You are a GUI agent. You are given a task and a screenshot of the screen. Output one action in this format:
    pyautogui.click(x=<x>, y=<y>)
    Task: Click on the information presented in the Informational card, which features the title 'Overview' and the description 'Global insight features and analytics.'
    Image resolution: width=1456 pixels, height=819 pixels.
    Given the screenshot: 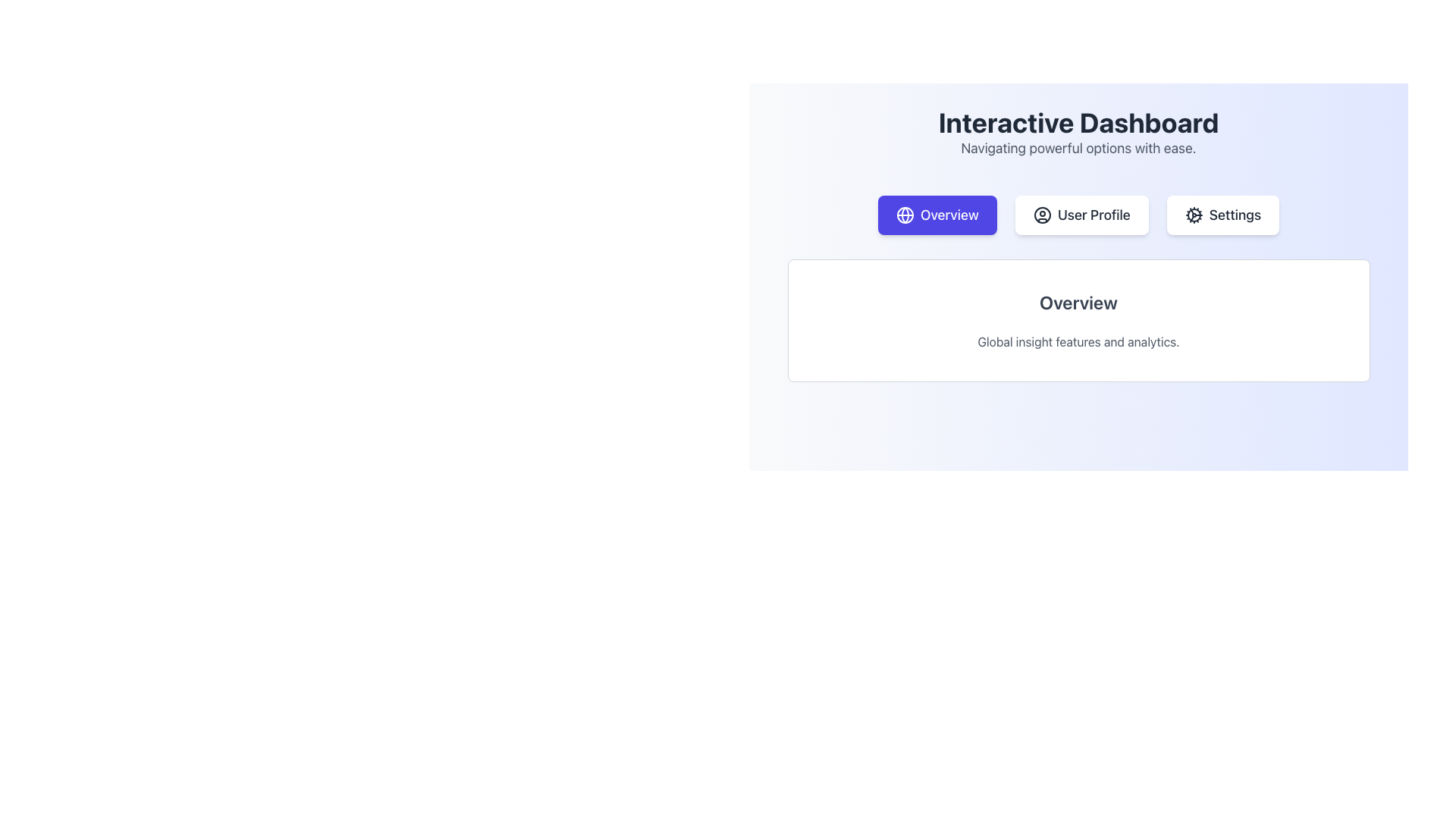 What is the action you would take?
    pyautogui.click(x=1078, y=320)
    